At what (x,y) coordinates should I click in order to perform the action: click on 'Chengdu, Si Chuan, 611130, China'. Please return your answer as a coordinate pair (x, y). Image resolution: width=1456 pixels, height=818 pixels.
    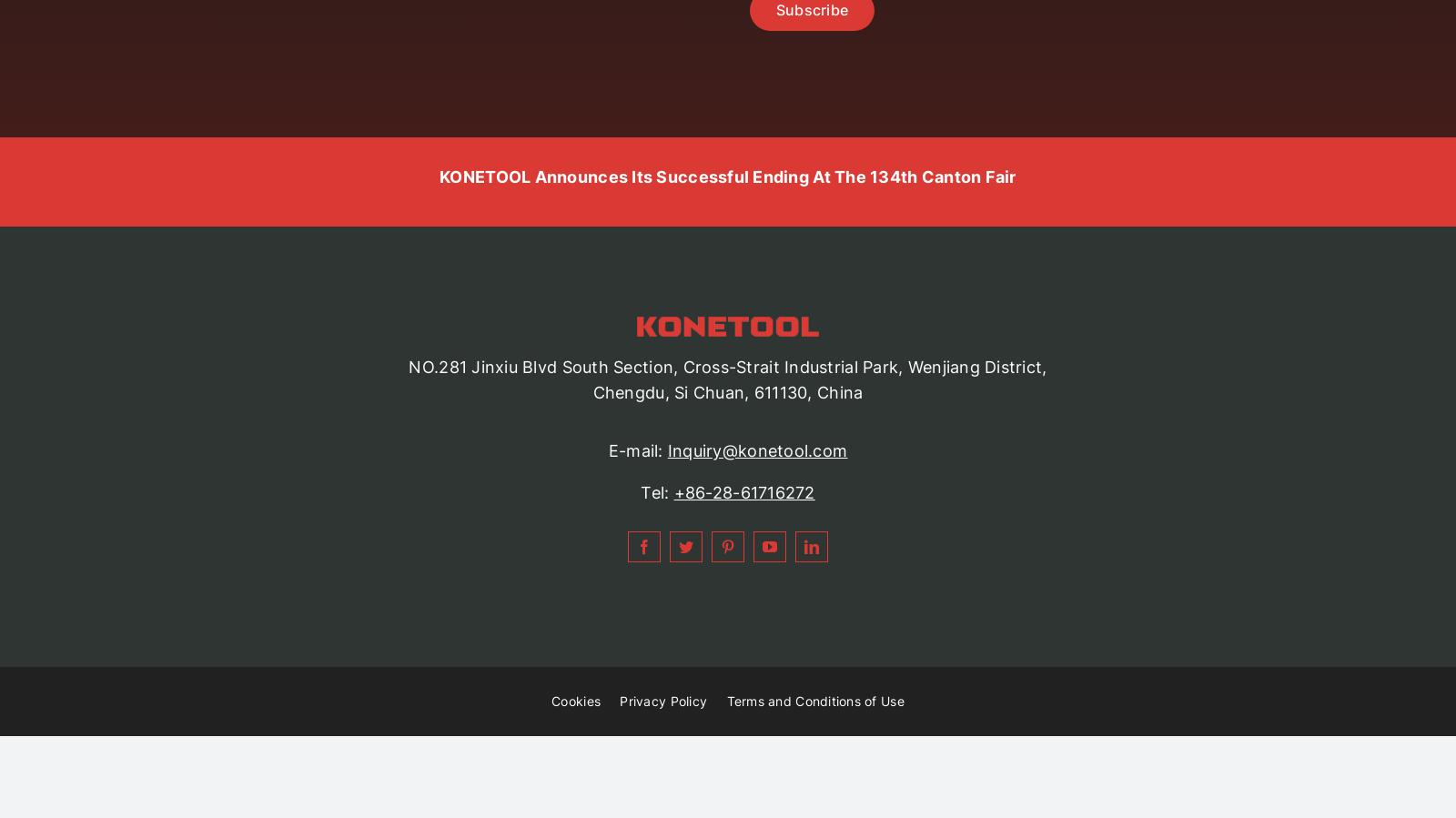
    Looking at the image, I should click on (727, 391).